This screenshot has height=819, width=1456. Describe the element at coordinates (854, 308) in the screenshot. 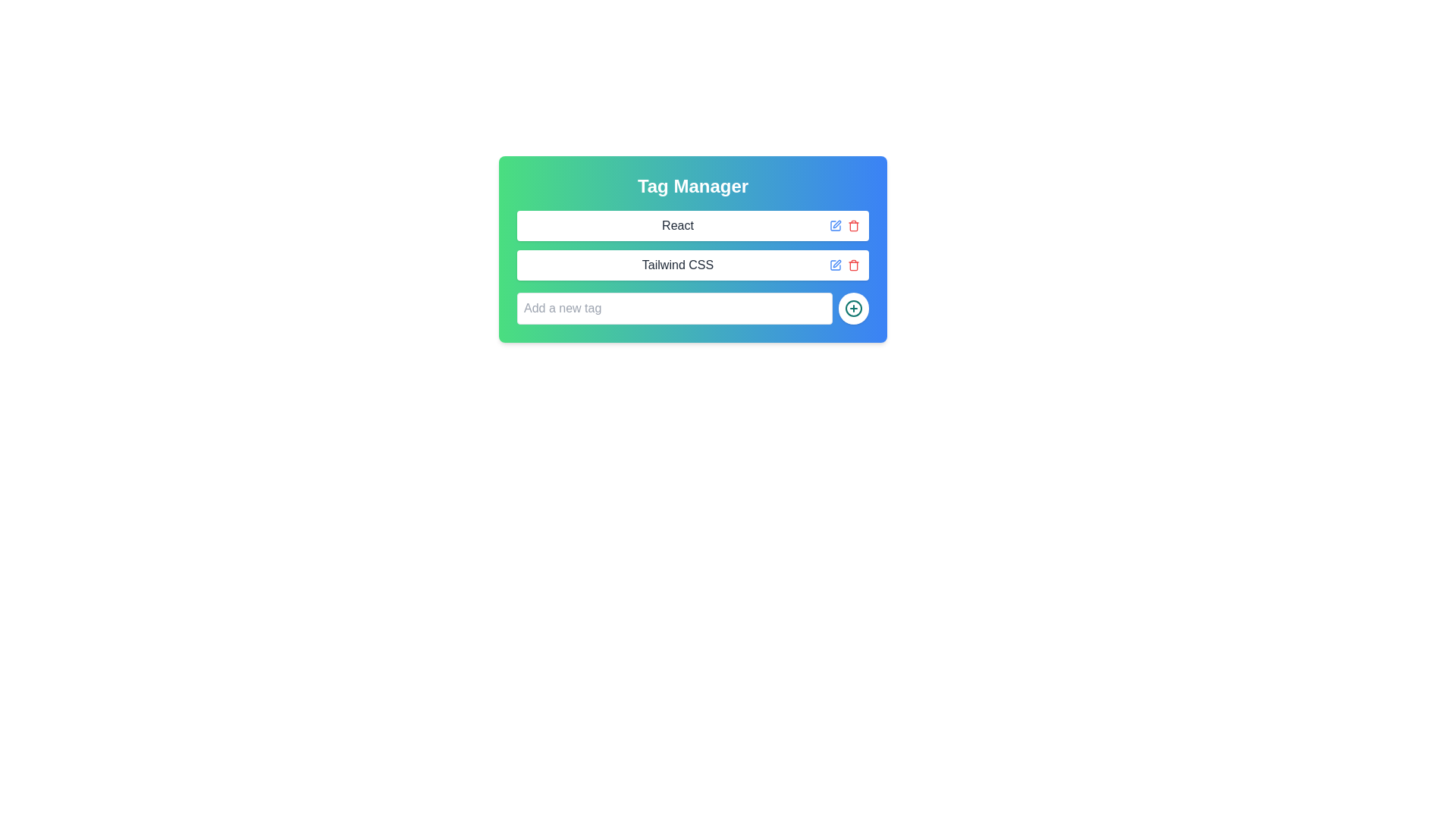

I see `the circular button with a teal plus sign icon by navigating to it` at that location.